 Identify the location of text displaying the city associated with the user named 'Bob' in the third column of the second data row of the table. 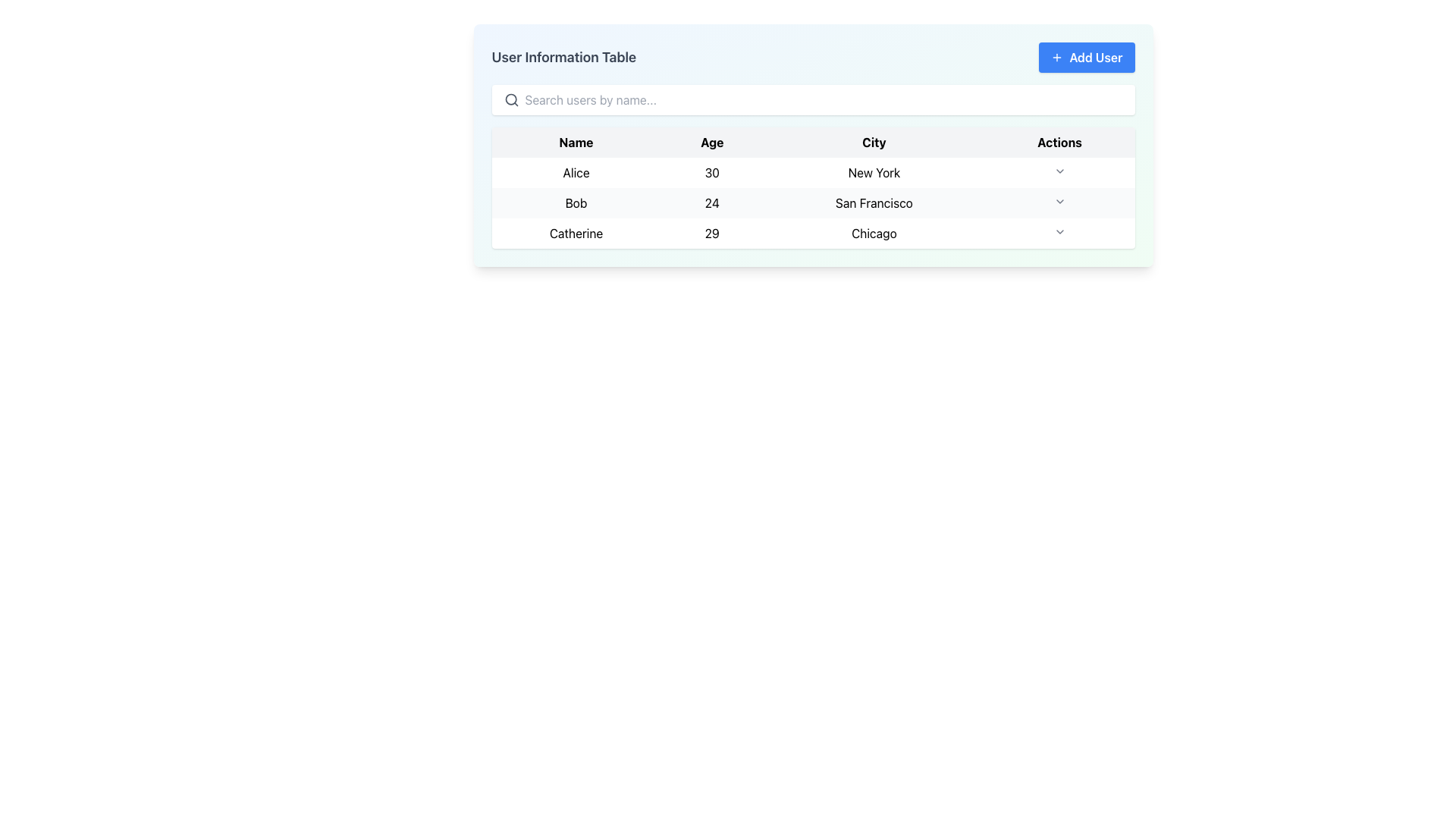
(874, 202).